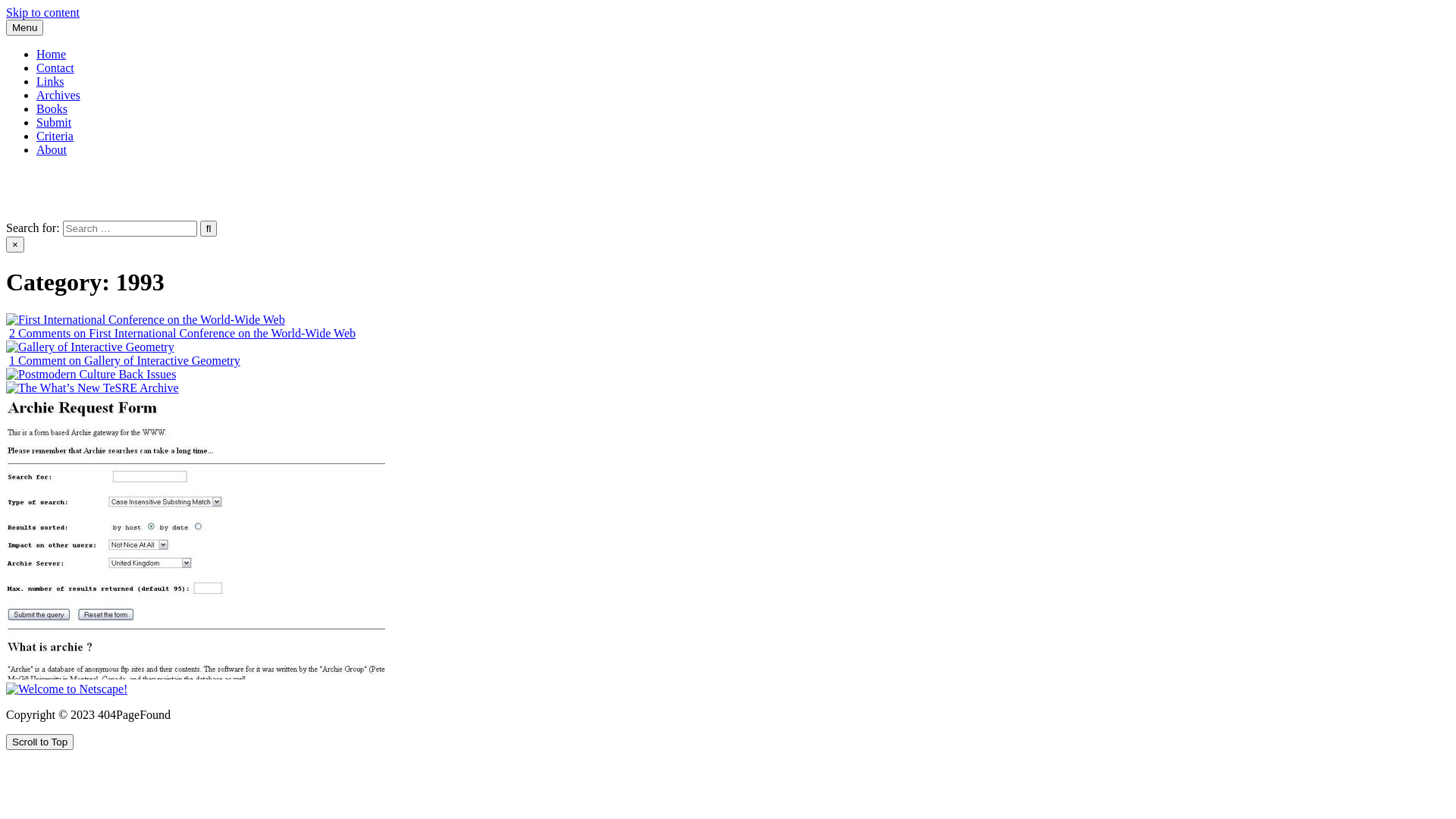 This screenshot has height=819, width=1456. I want to click on 'Contact', so click(55, 67).